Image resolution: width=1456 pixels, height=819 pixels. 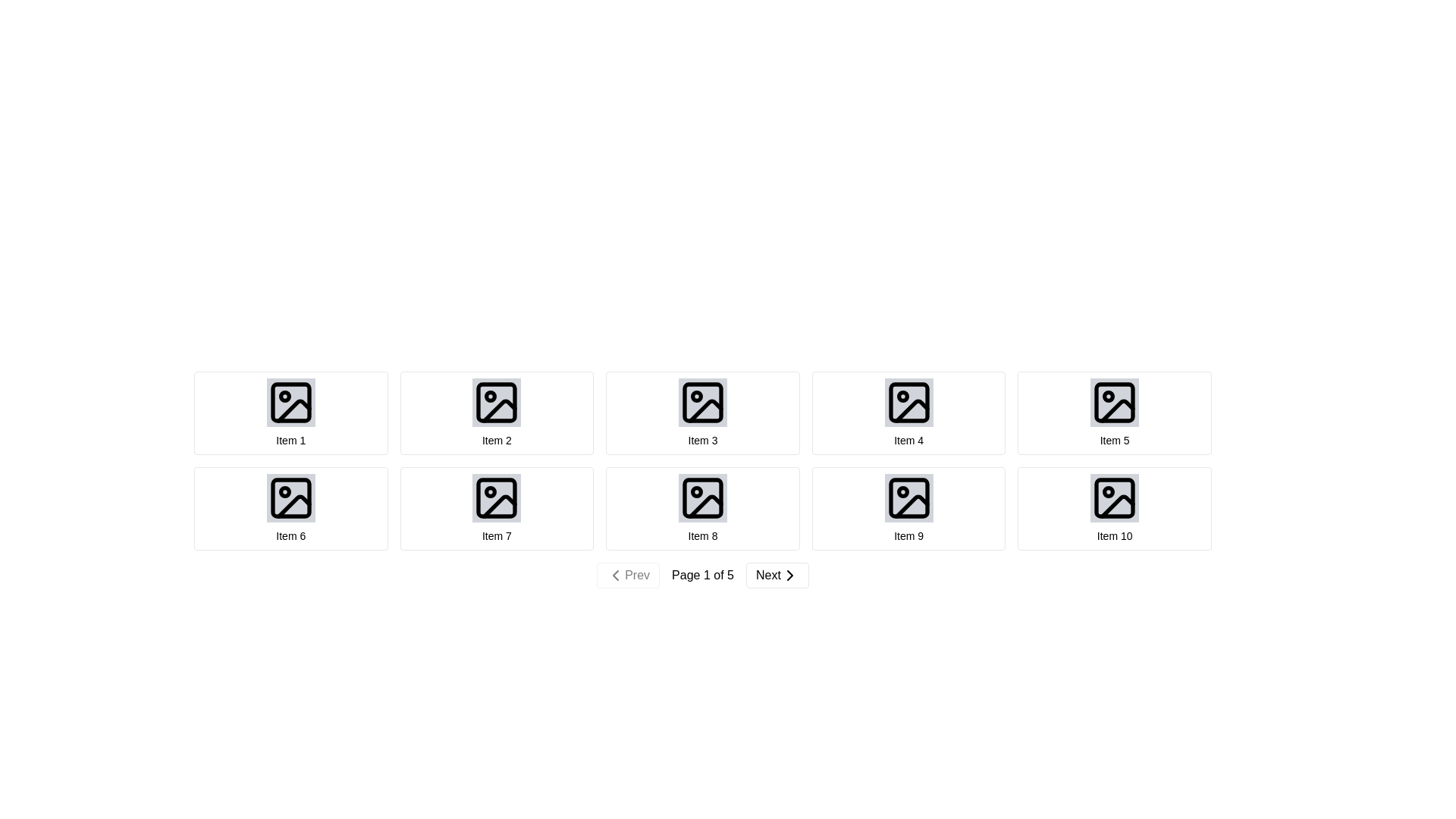 What do you see at coordinates (908, 497) in the screenshot?
I see `the decorative square element that symbolizes an image placeholder, centered within the ninth icon in a grid of icons` at bounding box center [908, 497].